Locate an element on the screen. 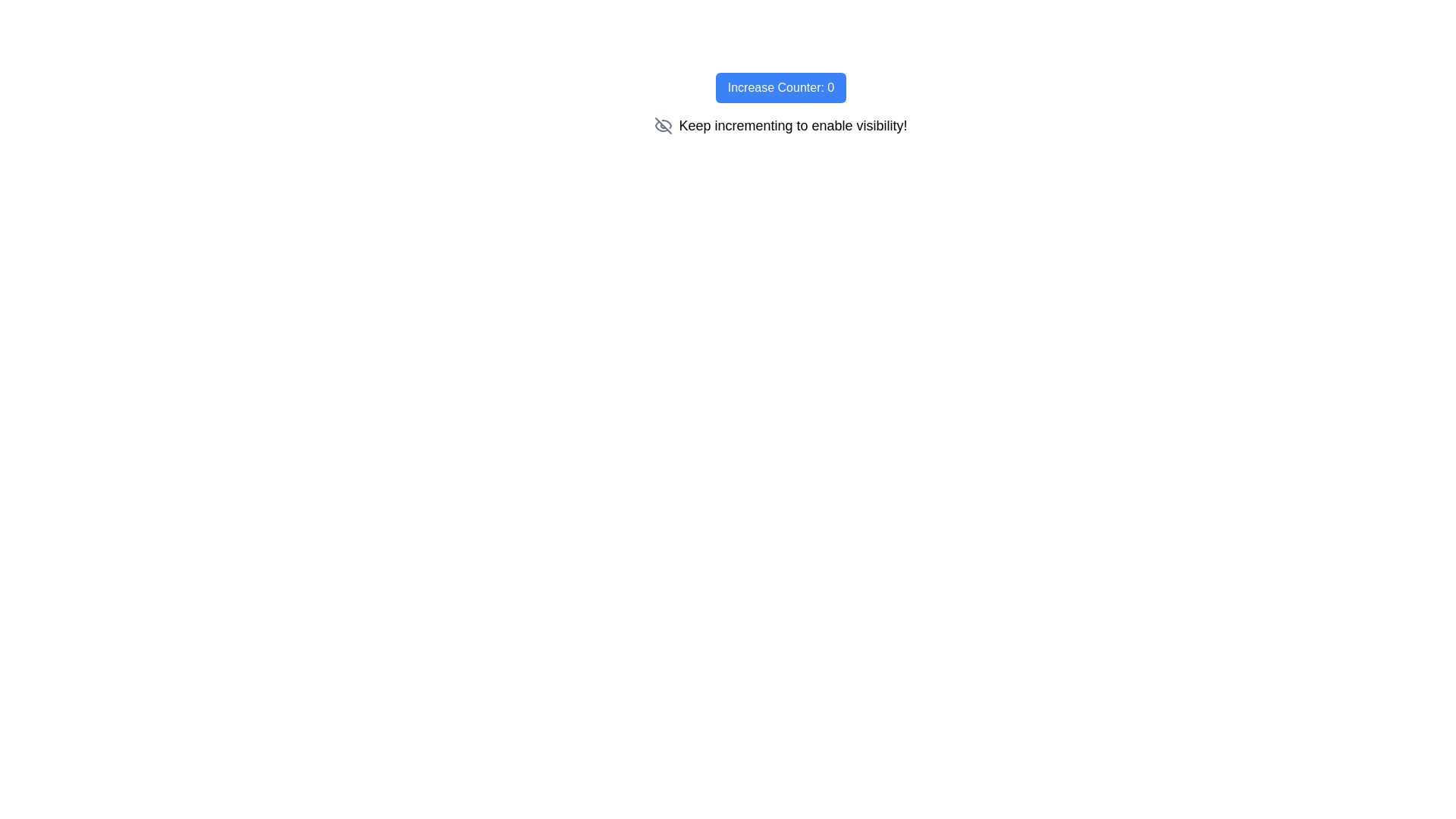 The image size is (1456, 819). the text element displaying 'Keep incrementing to enable visibility!' which is associated with a gray eye-off icon, located below the 'Increase Counter: 0' button is located at coordinates (781, 124).